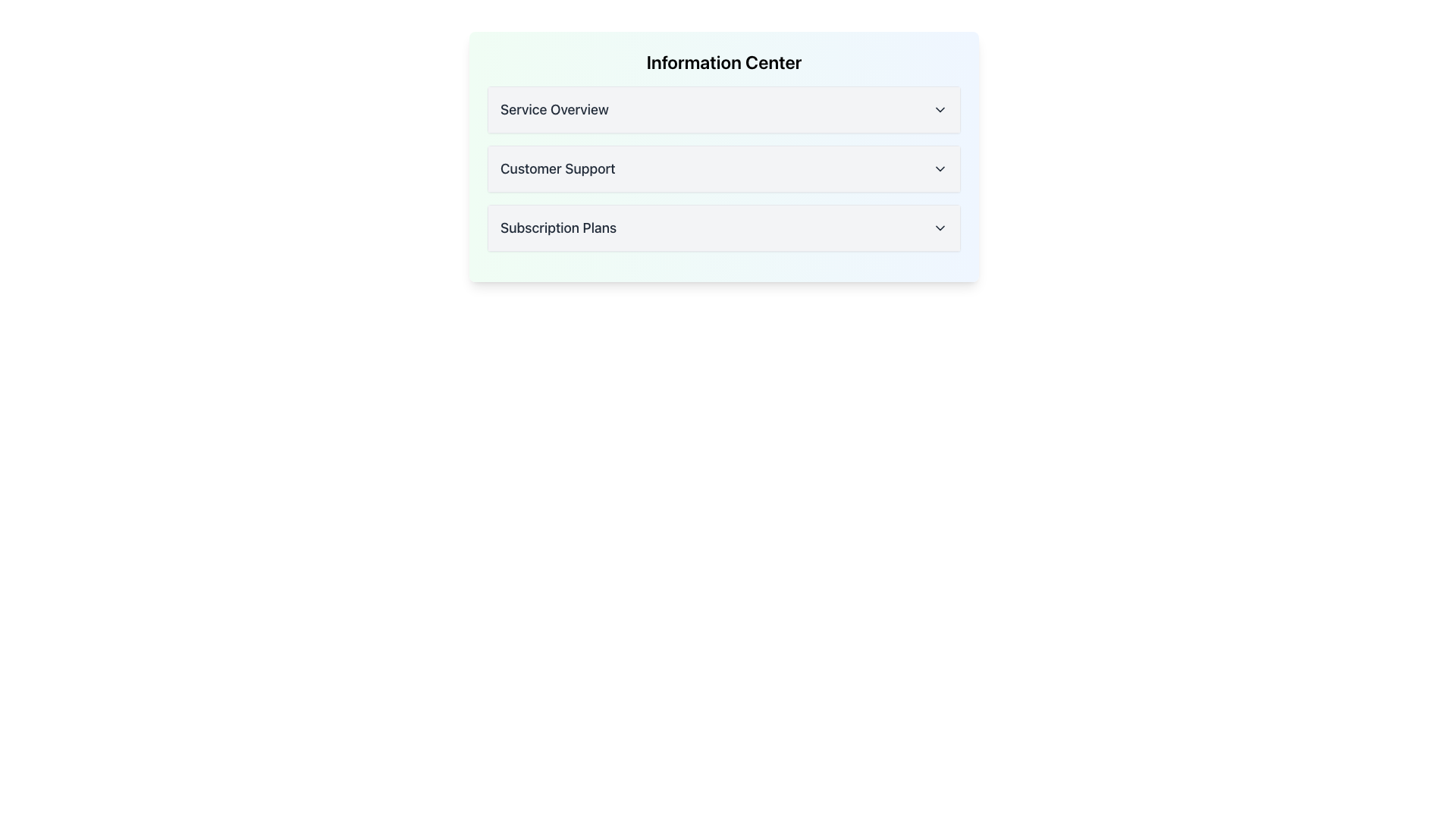  I want to click on the icon located at the far-right of the 'Customer Support' row in the navigation menu, so click(939, 169).